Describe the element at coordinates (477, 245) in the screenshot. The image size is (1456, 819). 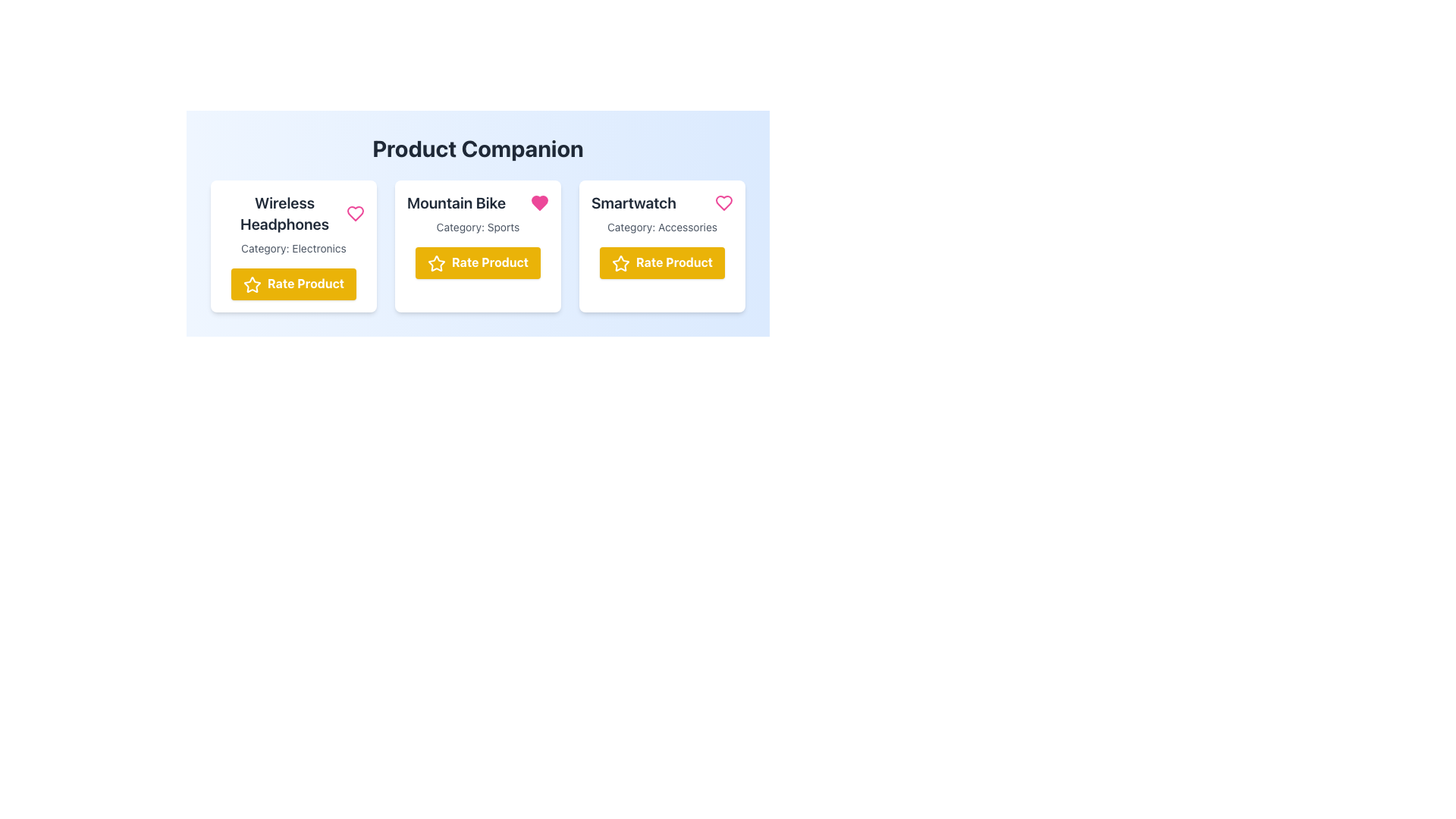
I see `the 'Rate Product' button located at the bottom of the Product card titled 'Mountain Bike', which has a white background and a yellow button with bold white text` at that location.